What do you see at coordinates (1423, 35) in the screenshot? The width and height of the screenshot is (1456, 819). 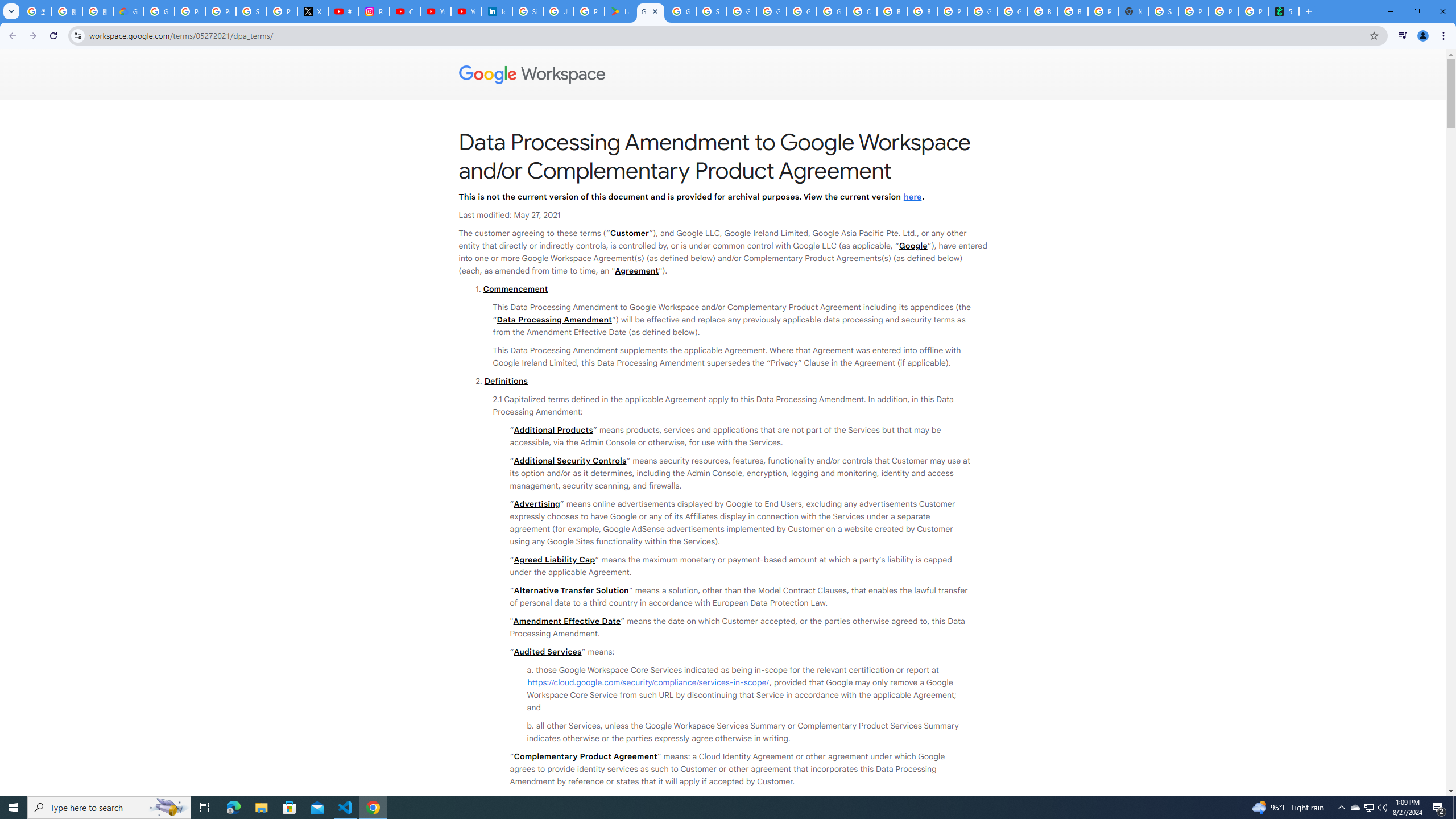 I see `'You'` at bounding box center [1423, 35].